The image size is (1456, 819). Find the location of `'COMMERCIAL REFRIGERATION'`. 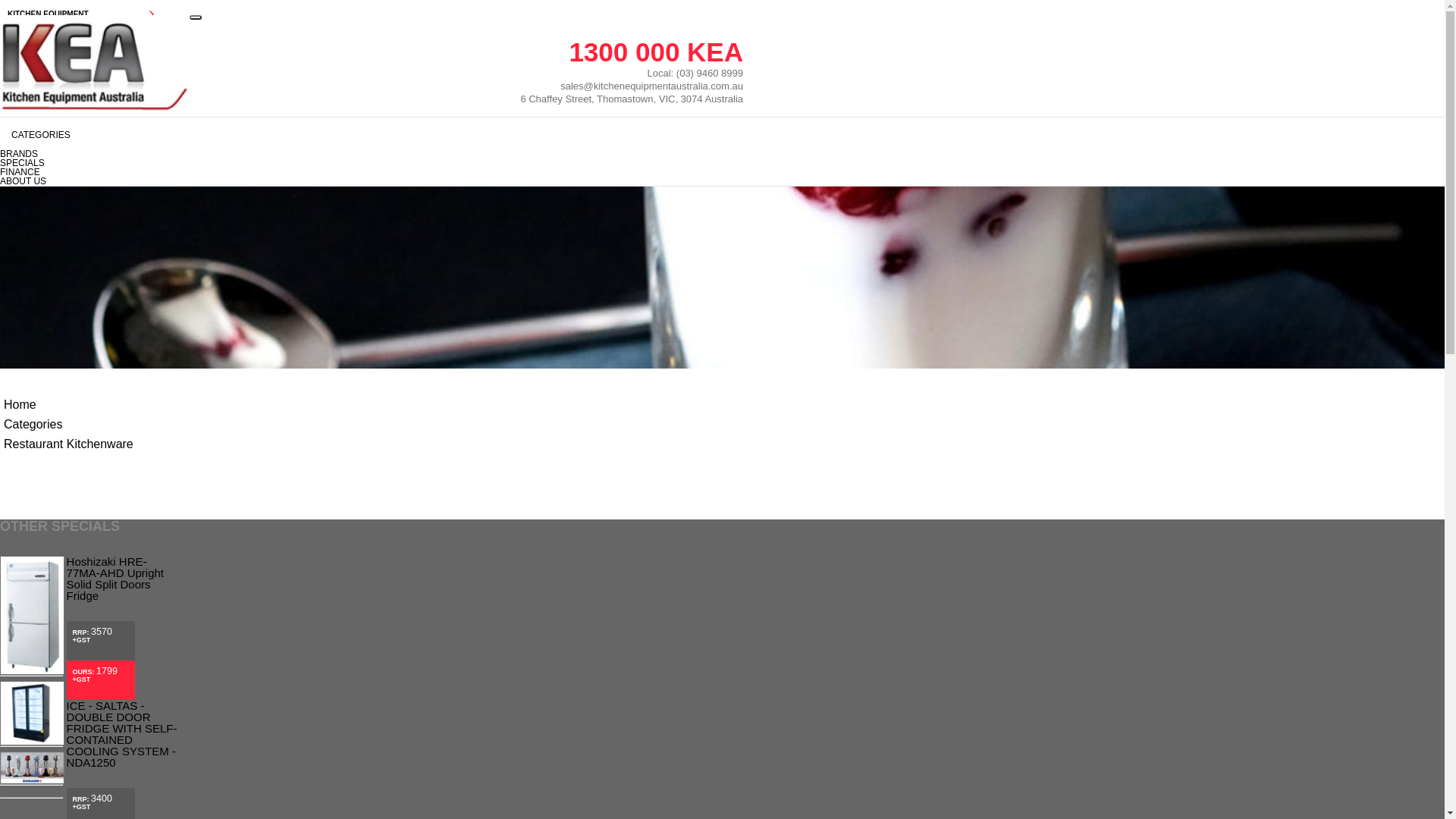

'COMMERCIAL REFRIGERATION' is located at coordinates (83, 72).